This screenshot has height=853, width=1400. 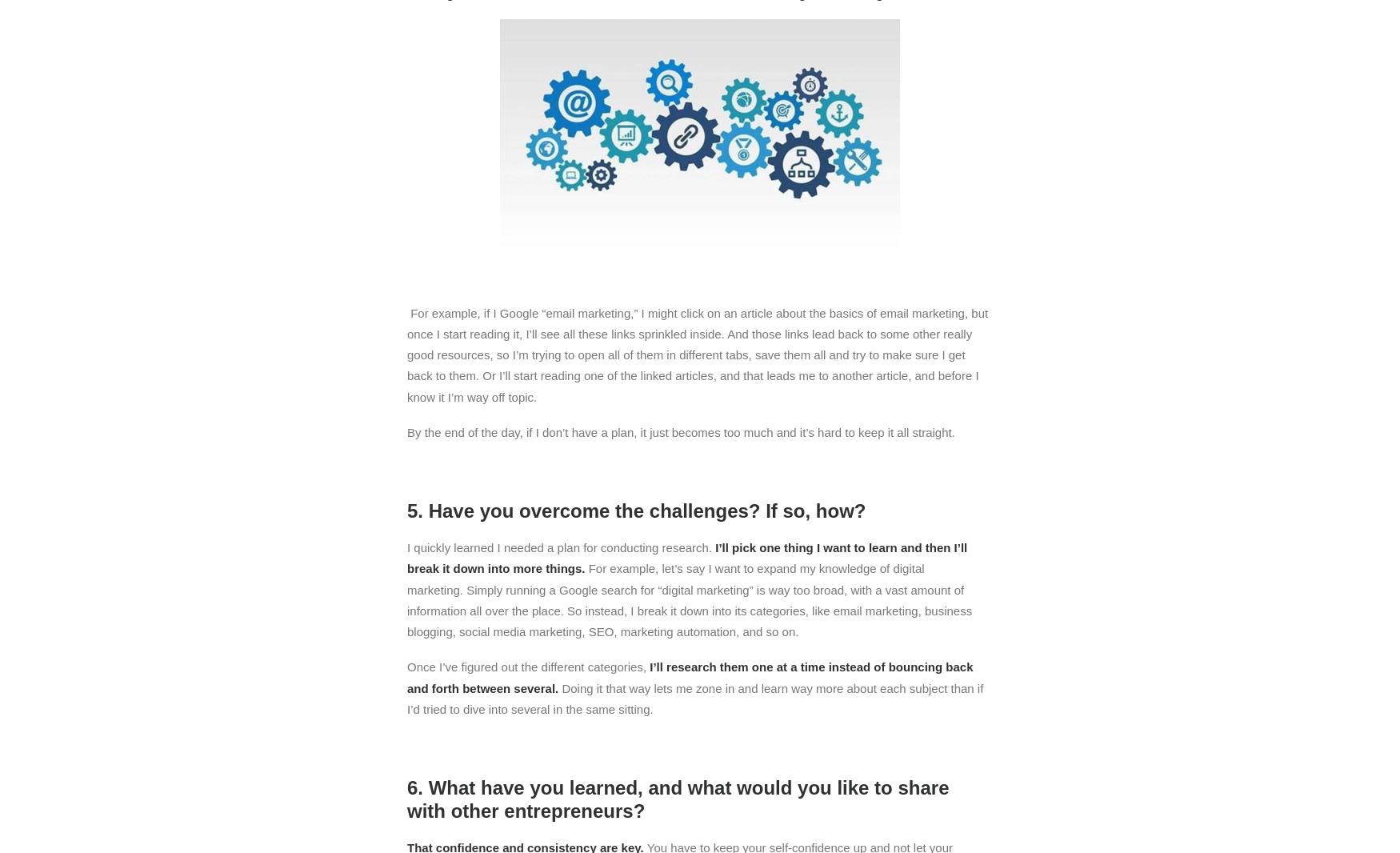 I want to click on 'Doing it that way lets me zone in and learn way more about each subject than if I’d tried to dive into several in the same sitting.', so click(x=695, y=698).